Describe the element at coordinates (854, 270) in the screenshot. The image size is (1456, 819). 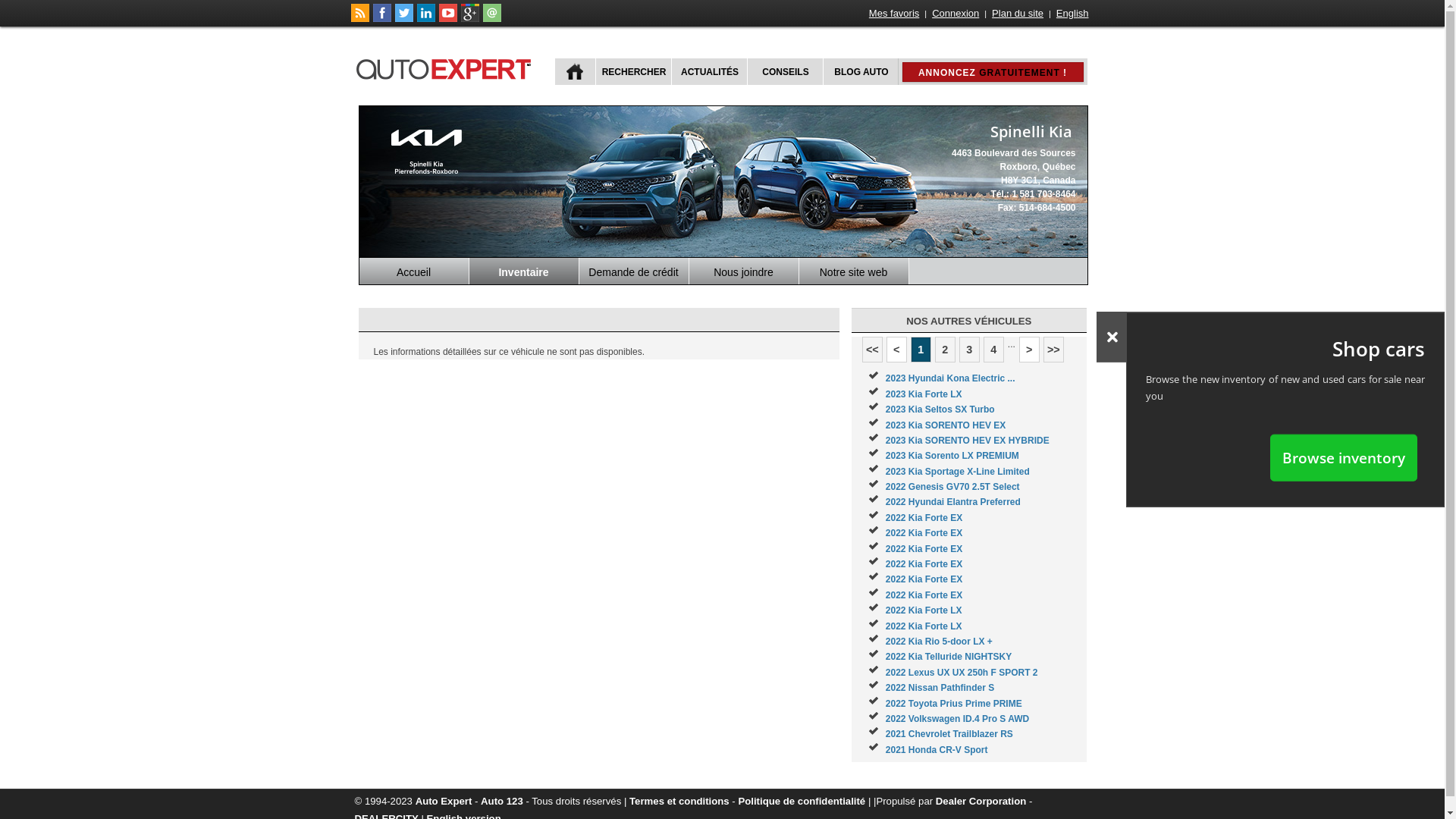
I see `'Notre site web'` at that location.